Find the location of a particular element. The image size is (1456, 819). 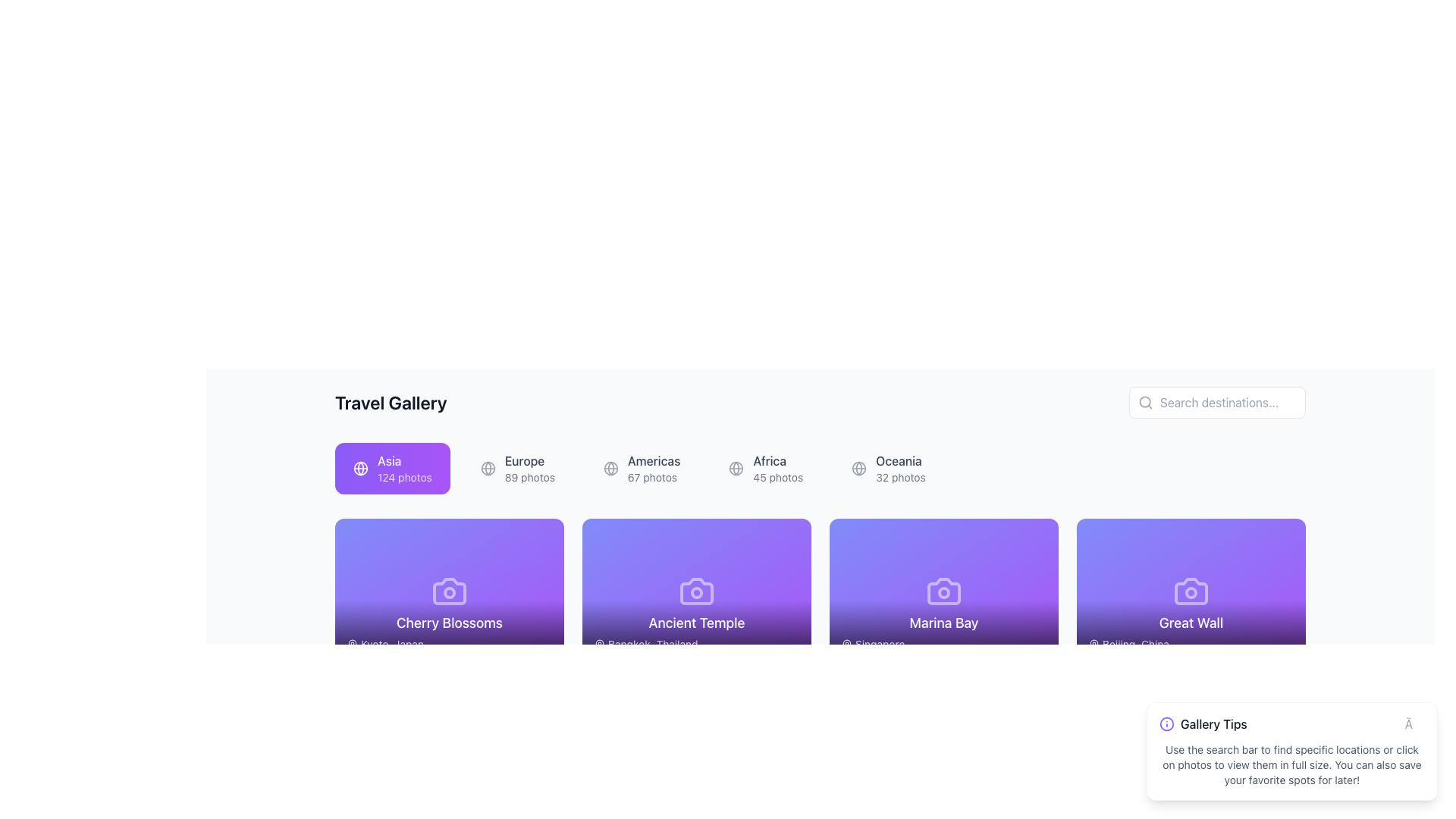

the dismiss button on the floating Informational Box located near the bottom-right corner of the interface is located at coordinates (1291, 752).